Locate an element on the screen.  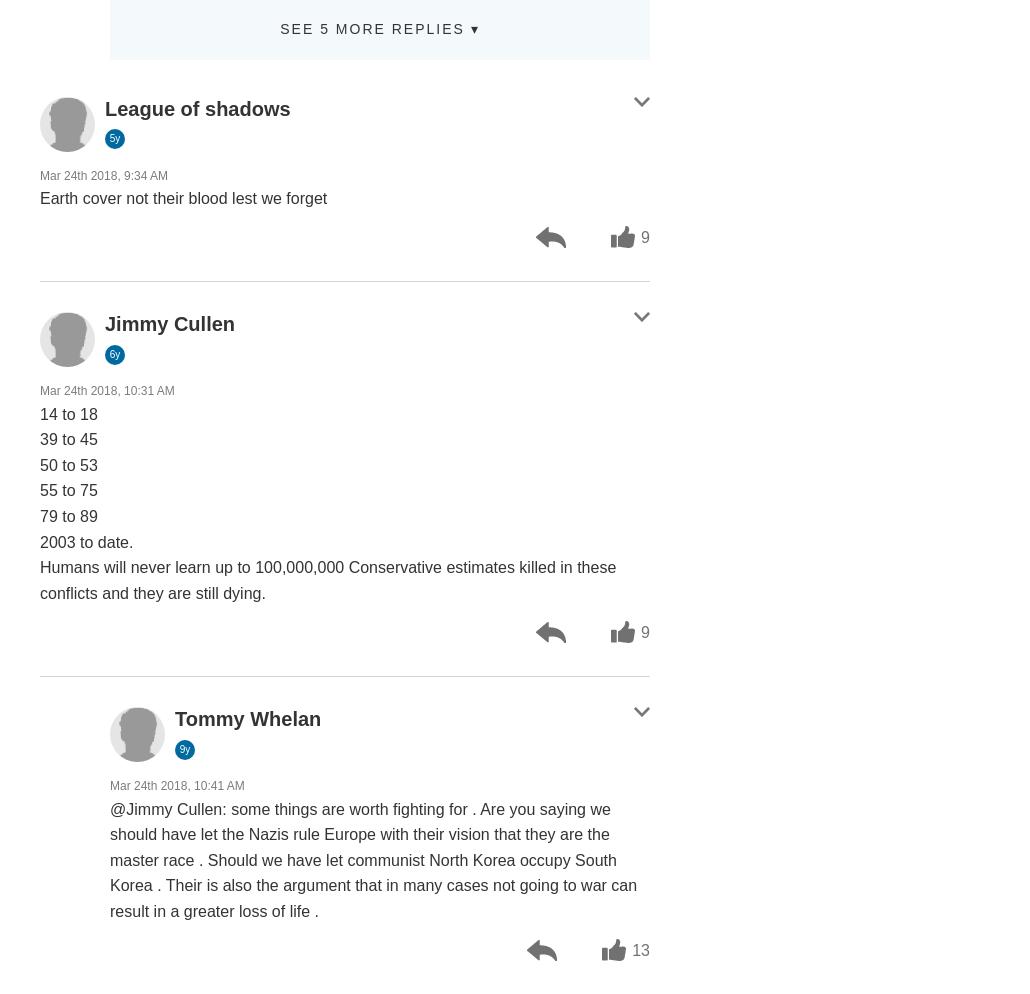
'13' is located at coordinates (639, 950).